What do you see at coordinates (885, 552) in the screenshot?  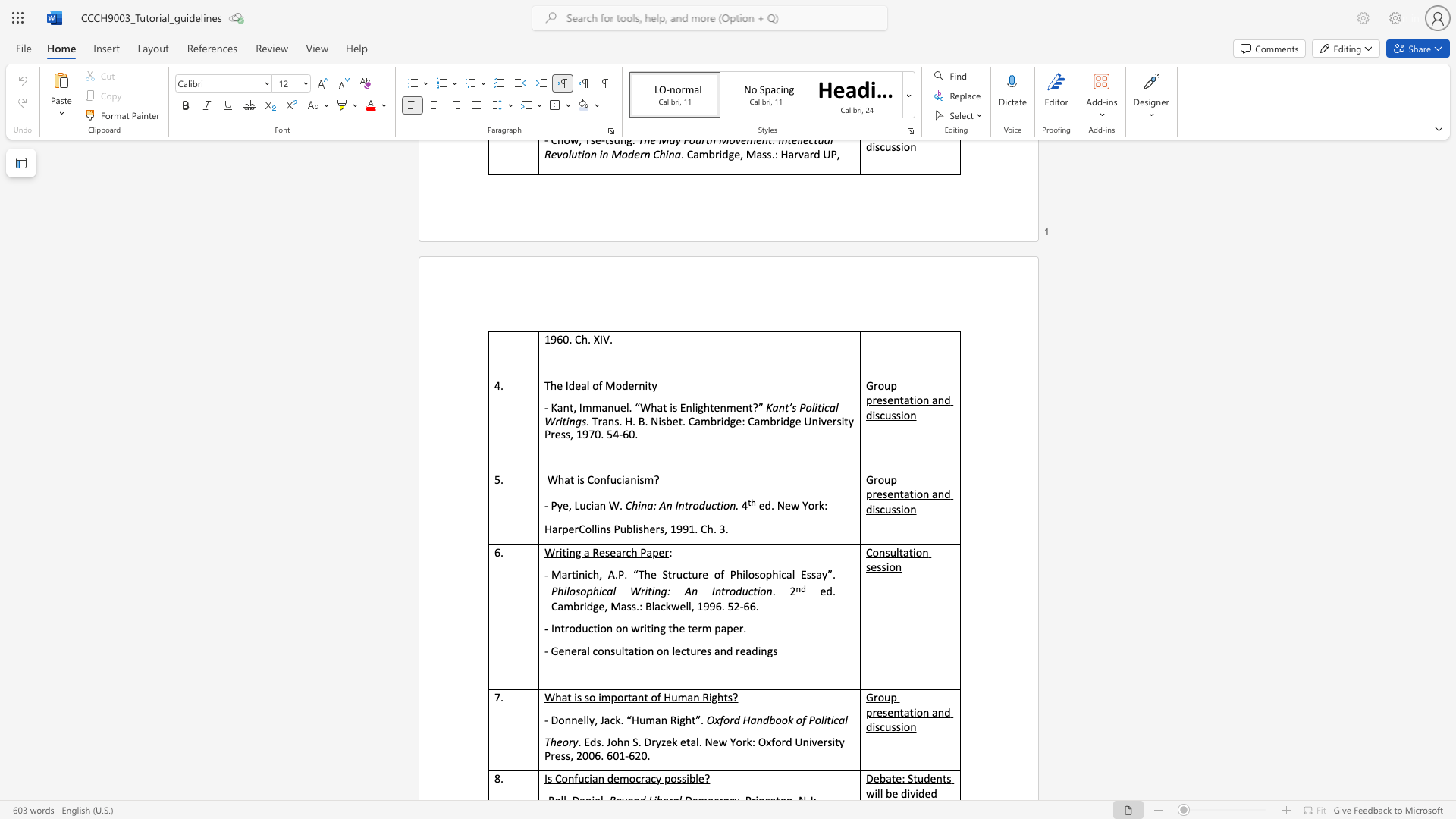 I see `the subset text "su" within the text "Consultation session"` at bounding box center [885, 552].